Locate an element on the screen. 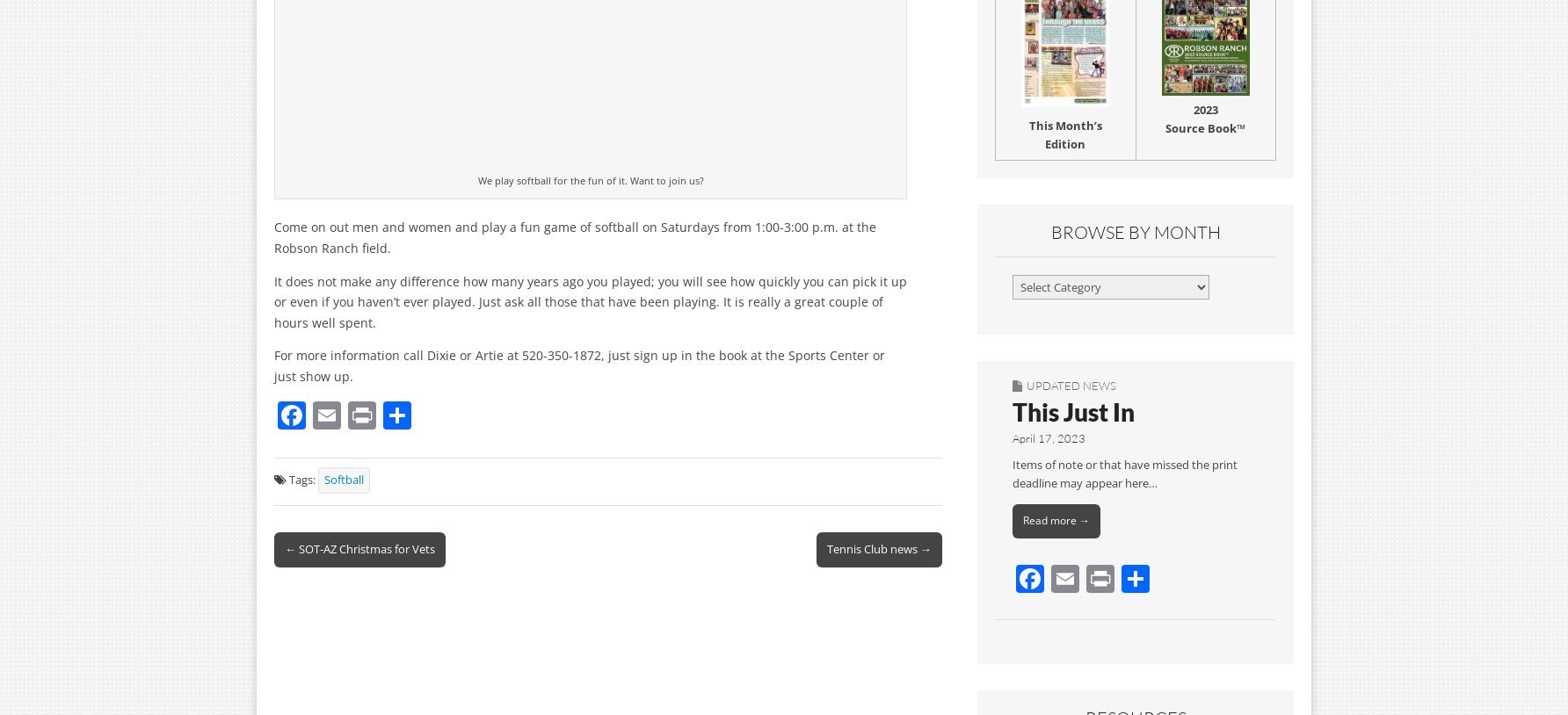 The image size is (1568, 715). 'Softball' is located at coordinates (343, 479).